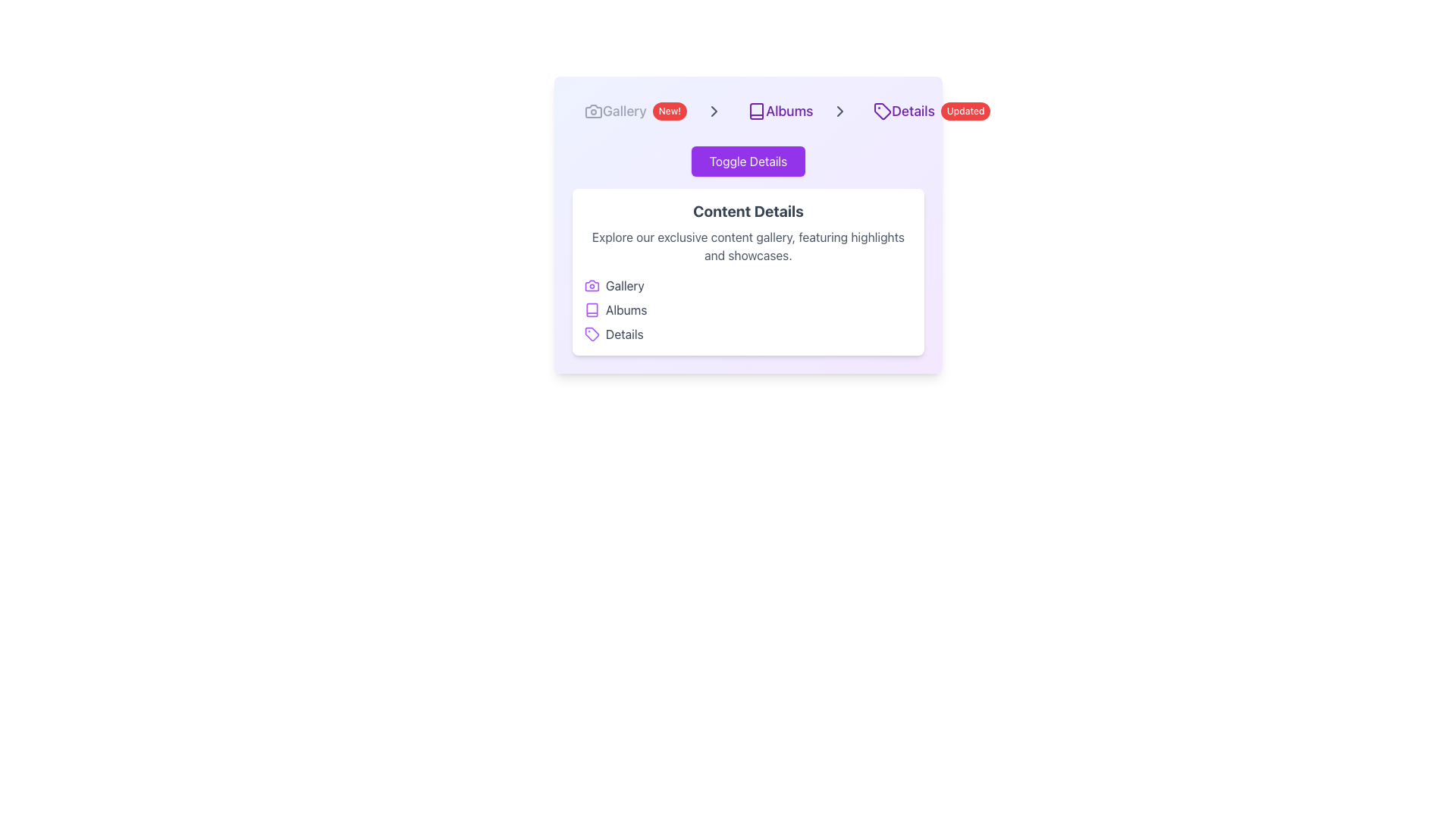  Describe the element at coordinates (839, 110) in the screenshot. I see `the rightward-pointing chevron arrow icon located immediately to the right of the 'Albums' text in the breadcrumb navigation bar` at that location.